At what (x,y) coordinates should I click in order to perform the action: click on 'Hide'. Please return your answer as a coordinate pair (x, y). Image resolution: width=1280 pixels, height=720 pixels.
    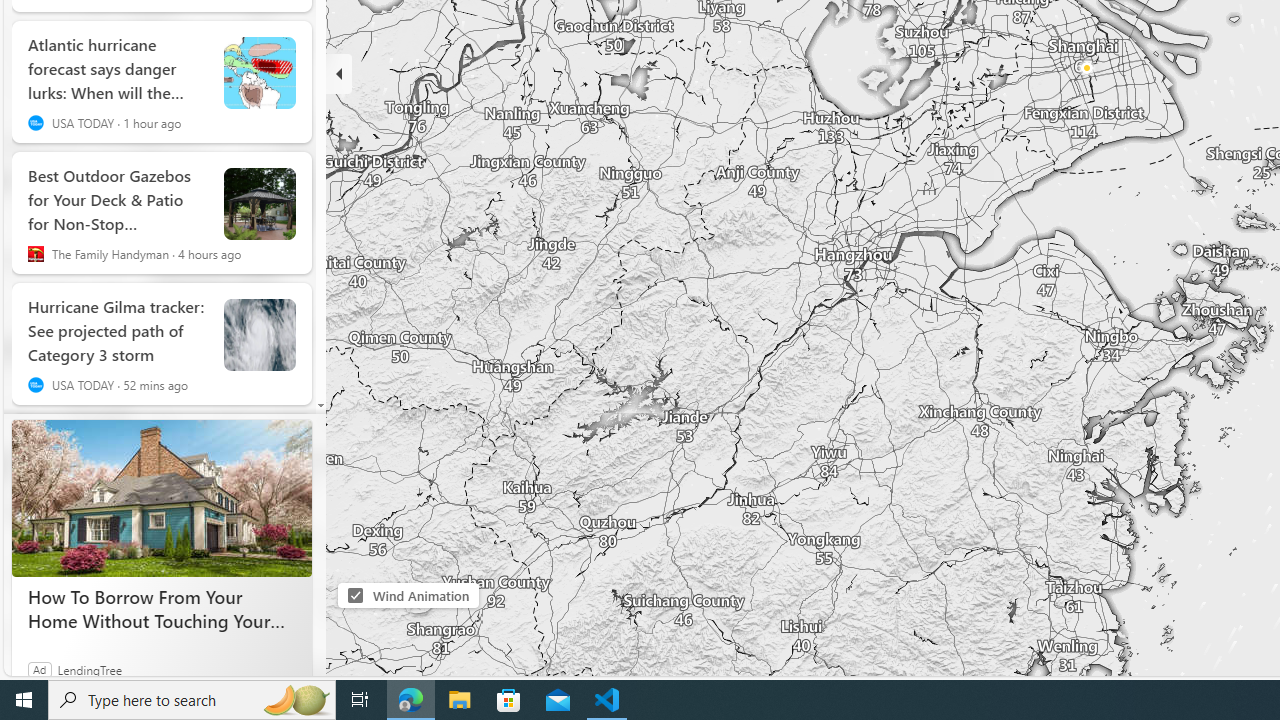
    Looking at the image, I should click on (339, 72).